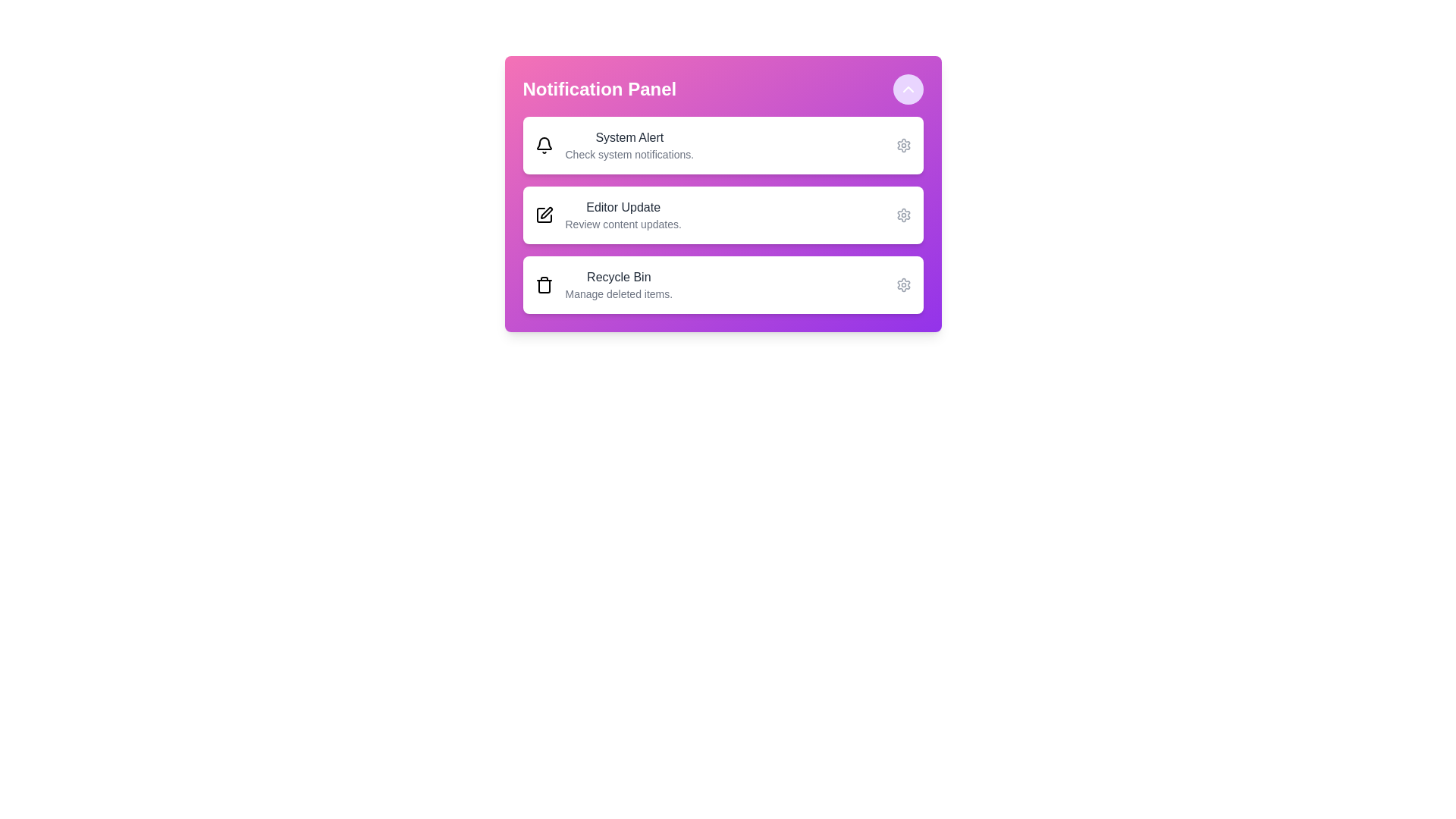 The height and width of the screenshot is (819, 1456). What do you see at coordinates (722, 215) in the screenshot?
I see `the notification item Editor Update to observe the hover effect` at bounding box center [722, 215].